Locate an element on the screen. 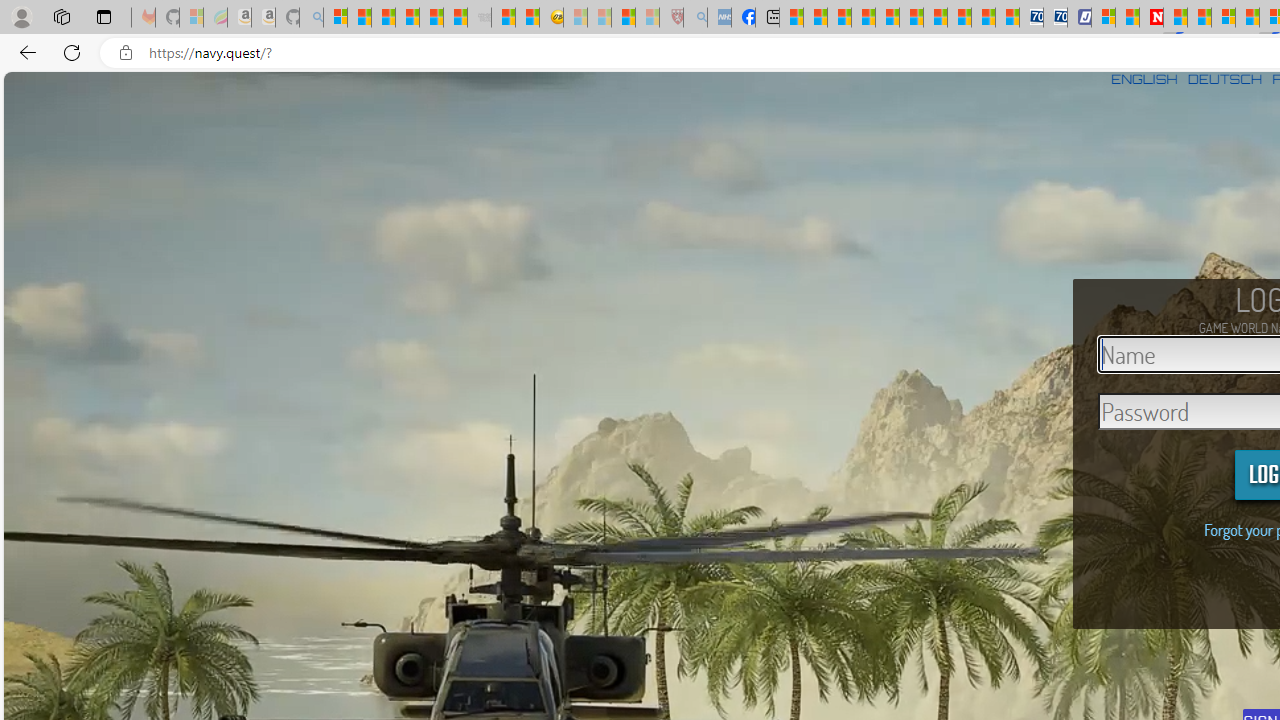 The image size is (1280, 720). 'New Report Confirms 2023 Was Record Hot | Watch' is located at coordinates (430, 17).